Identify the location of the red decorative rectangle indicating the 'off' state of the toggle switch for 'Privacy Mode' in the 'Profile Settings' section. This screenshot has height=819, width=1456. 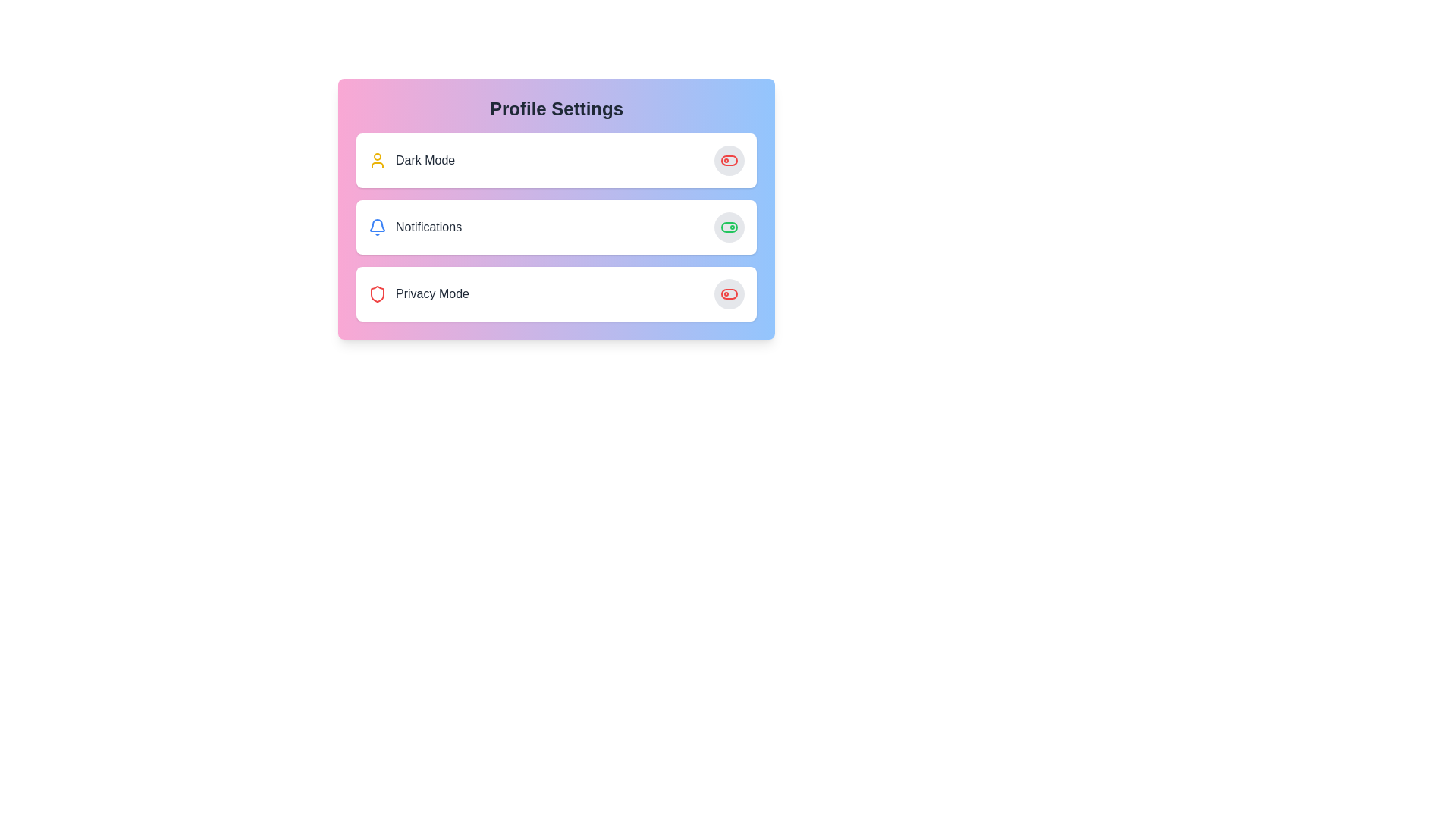
(729, 294).